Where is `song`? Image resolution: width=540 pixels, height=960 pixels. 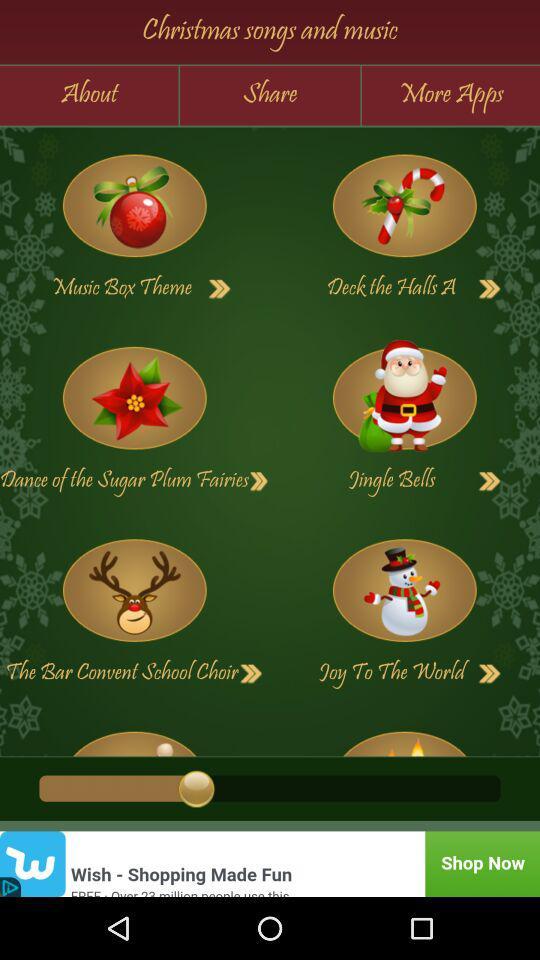
song is located at coordinates (489, 673).